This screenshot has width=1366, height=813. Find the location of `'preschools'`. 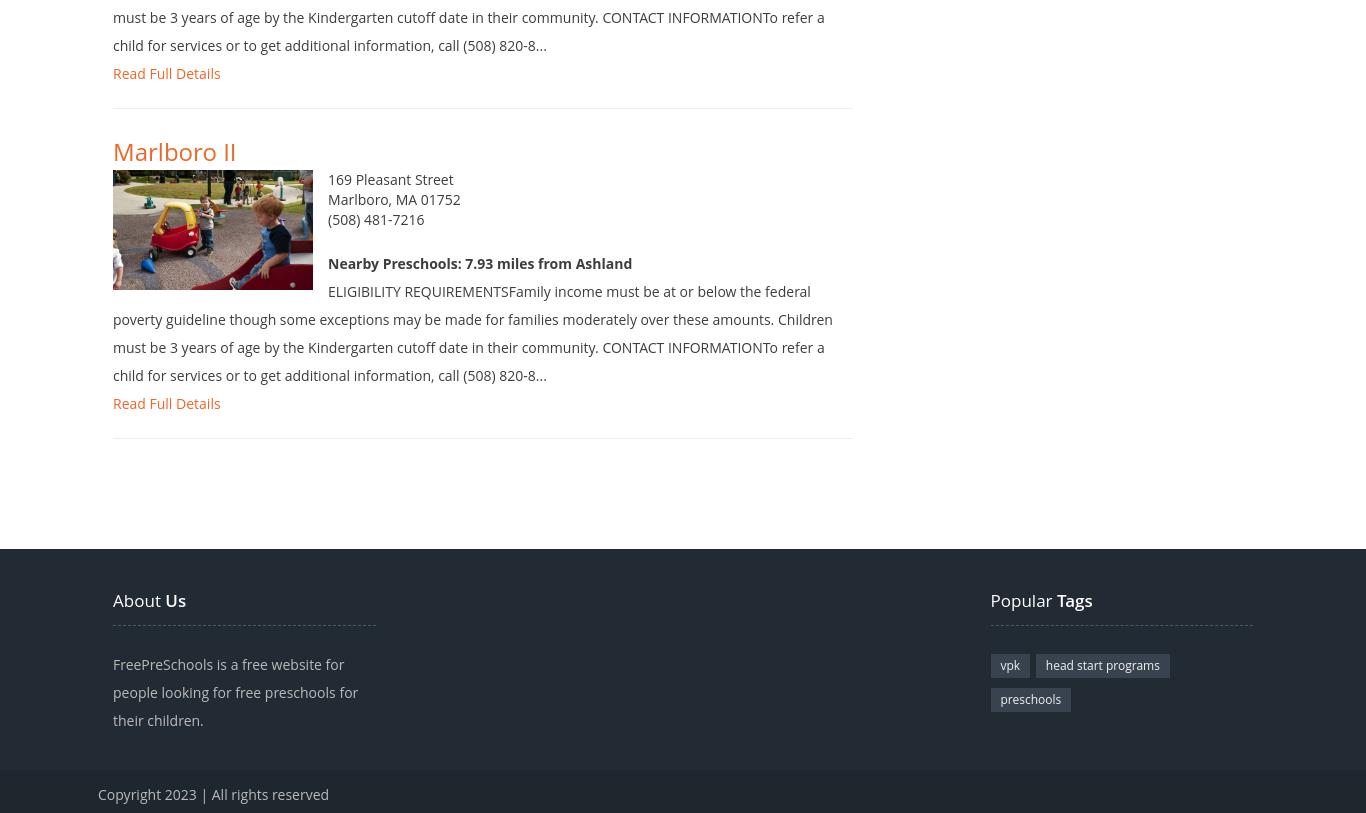

'preschools' is located at coordinates (1029, 729).